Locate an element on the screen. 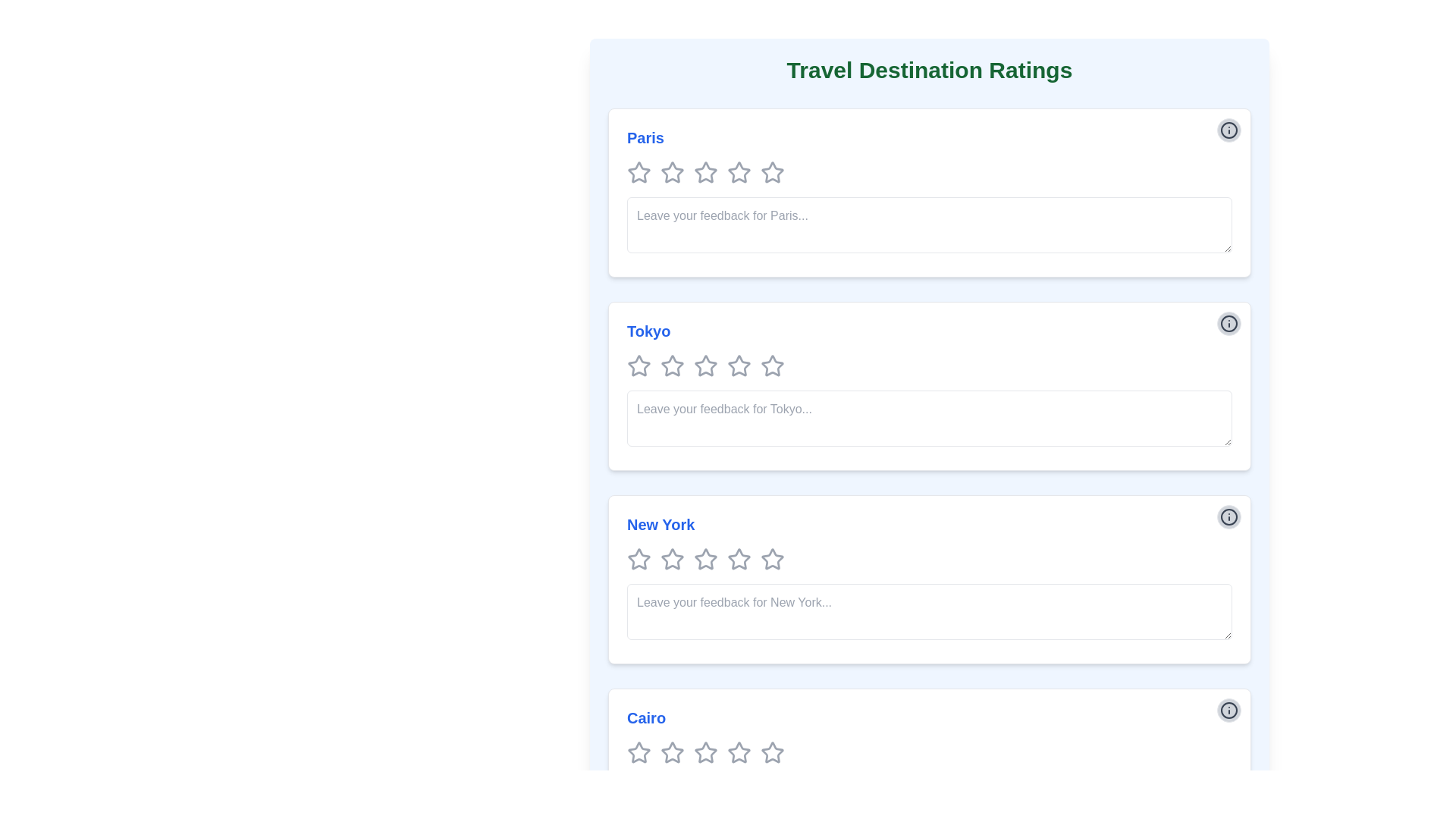 The height and width of the screenshot is (819, 1456). the star icons in the Rating component for 'Cairo' is located at coordinates (928, 752).